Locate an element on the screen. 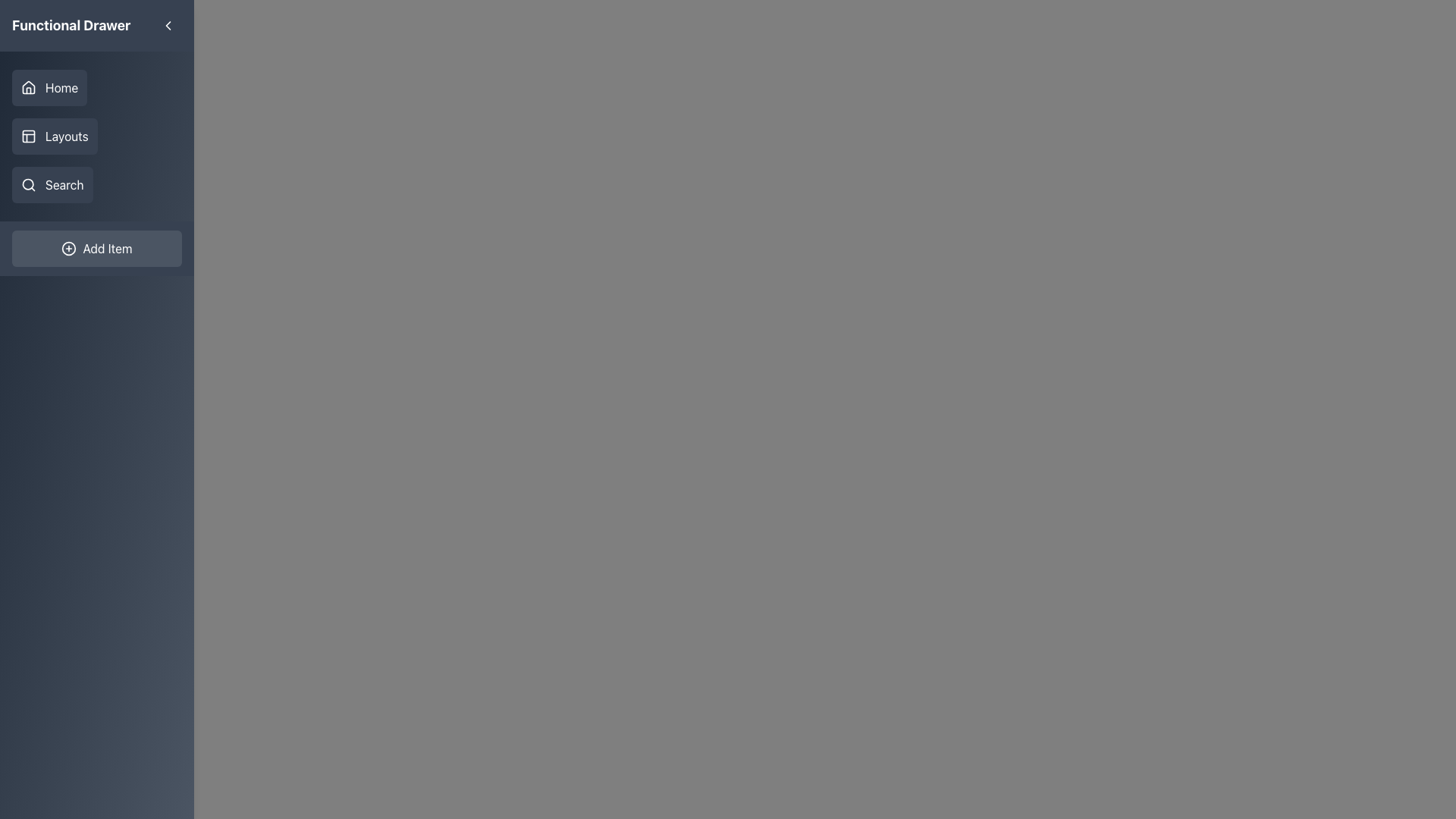  the left-chevron arrow at the top-left corner of the sidebar is located at coordinates (168, 26).